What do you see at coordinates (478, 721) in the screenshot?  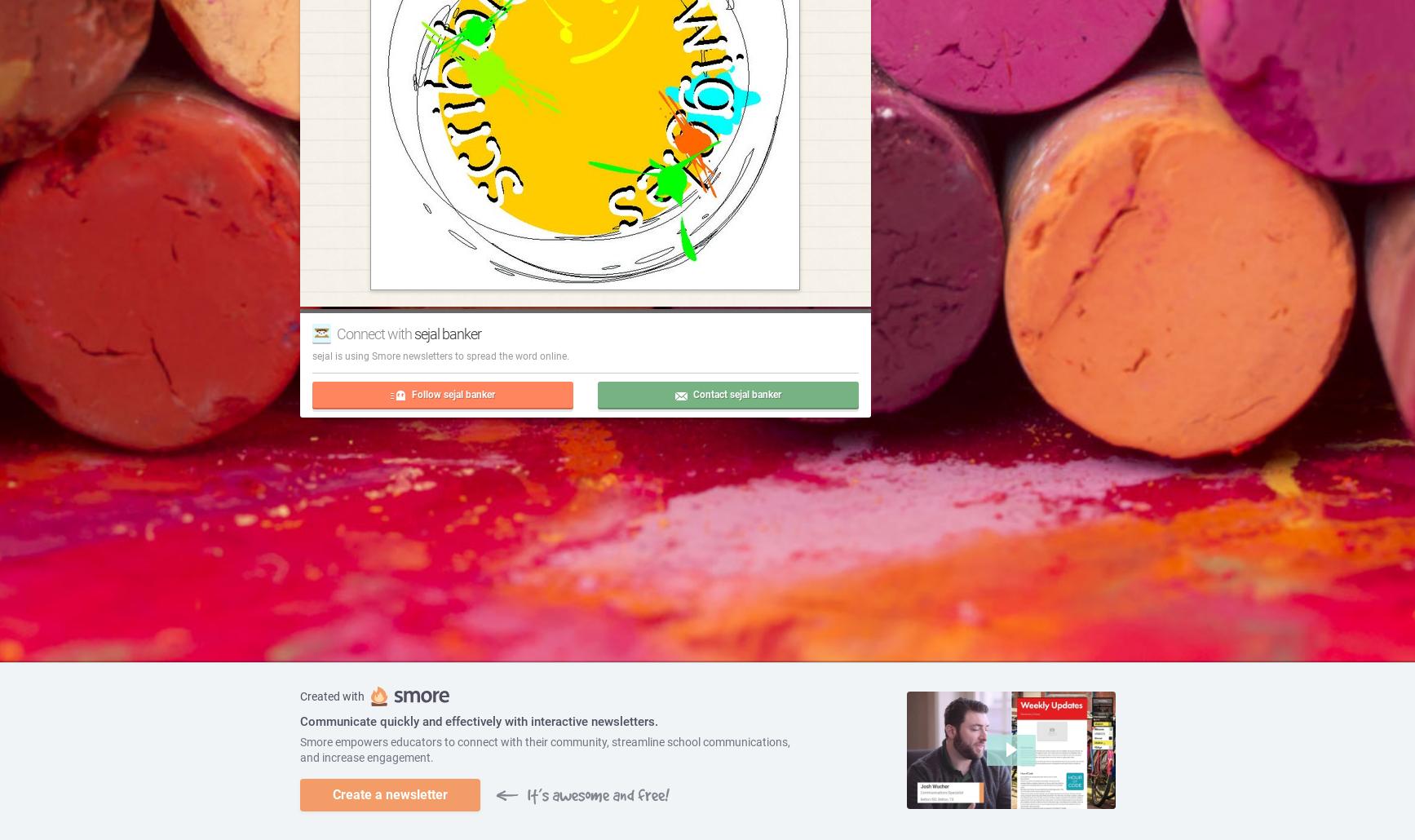 I see `'Communicate quickly and effectively with interactive newsletters.'` at bounding box center [478, 721].